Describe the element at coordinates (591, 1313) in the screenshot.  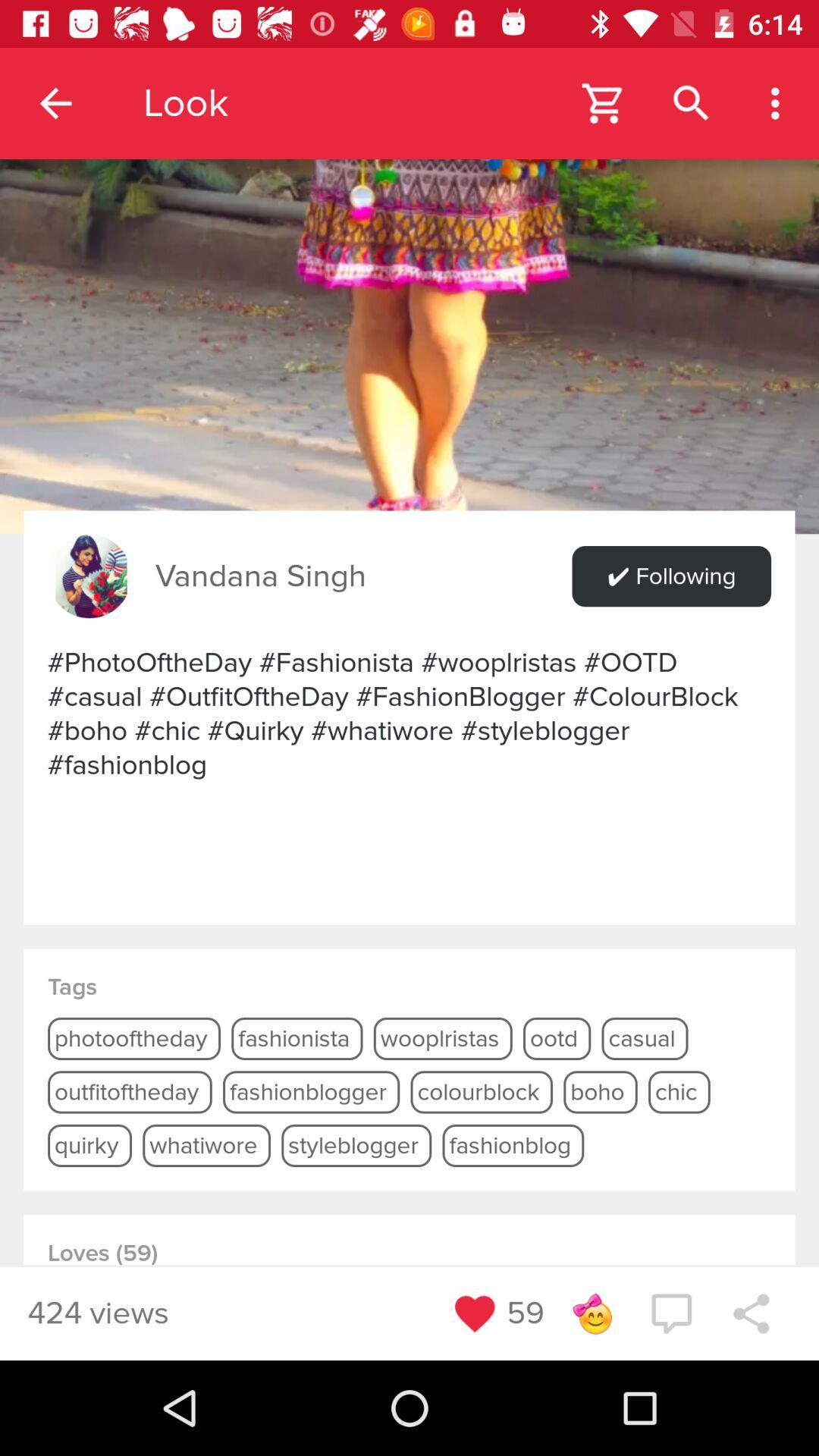
I see `the emoji icon` at that location.